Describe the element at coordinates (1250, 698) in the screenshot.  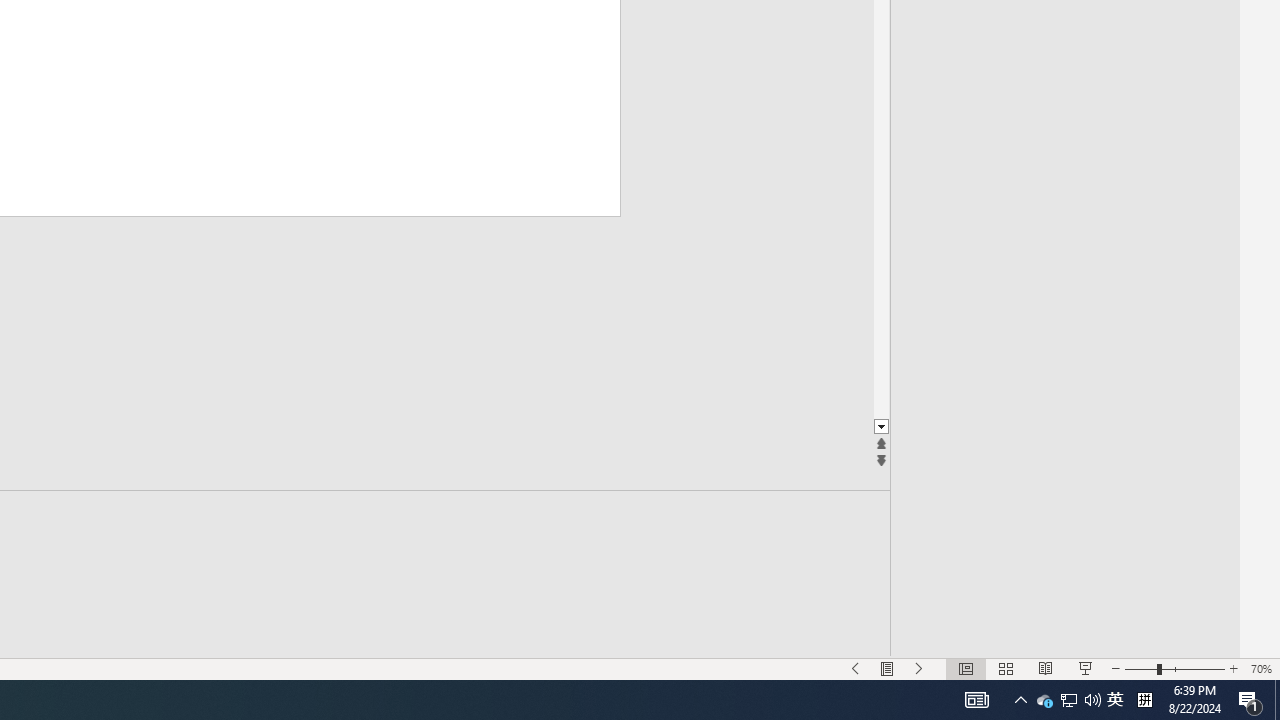
I see `'Zoom 70%'` at that location.